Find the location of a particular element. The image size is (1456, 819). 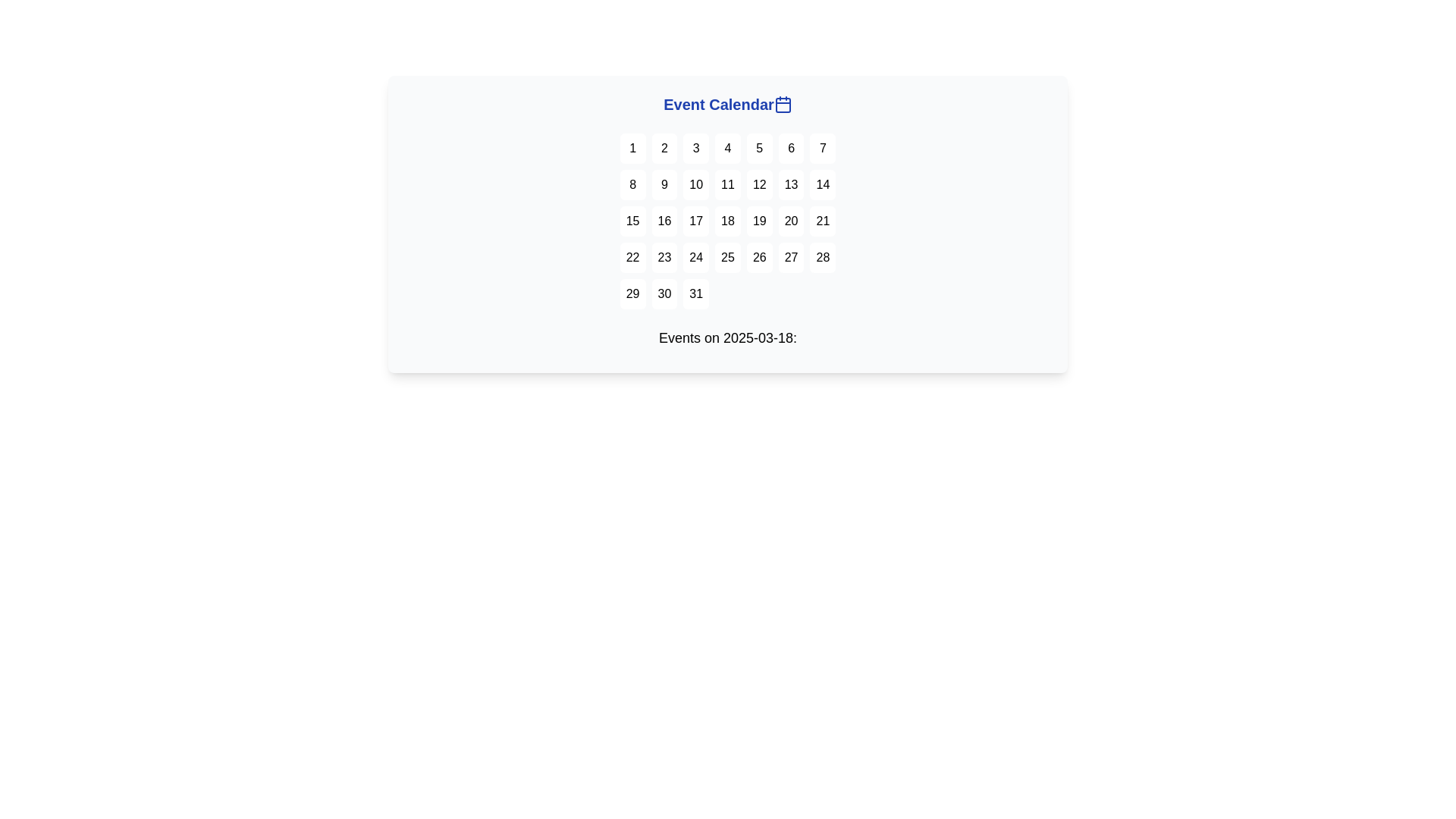

the button displaying the number '27' in bold black font, located in the bottom-most row of the calendar grid is located at coordinates (790, 256).